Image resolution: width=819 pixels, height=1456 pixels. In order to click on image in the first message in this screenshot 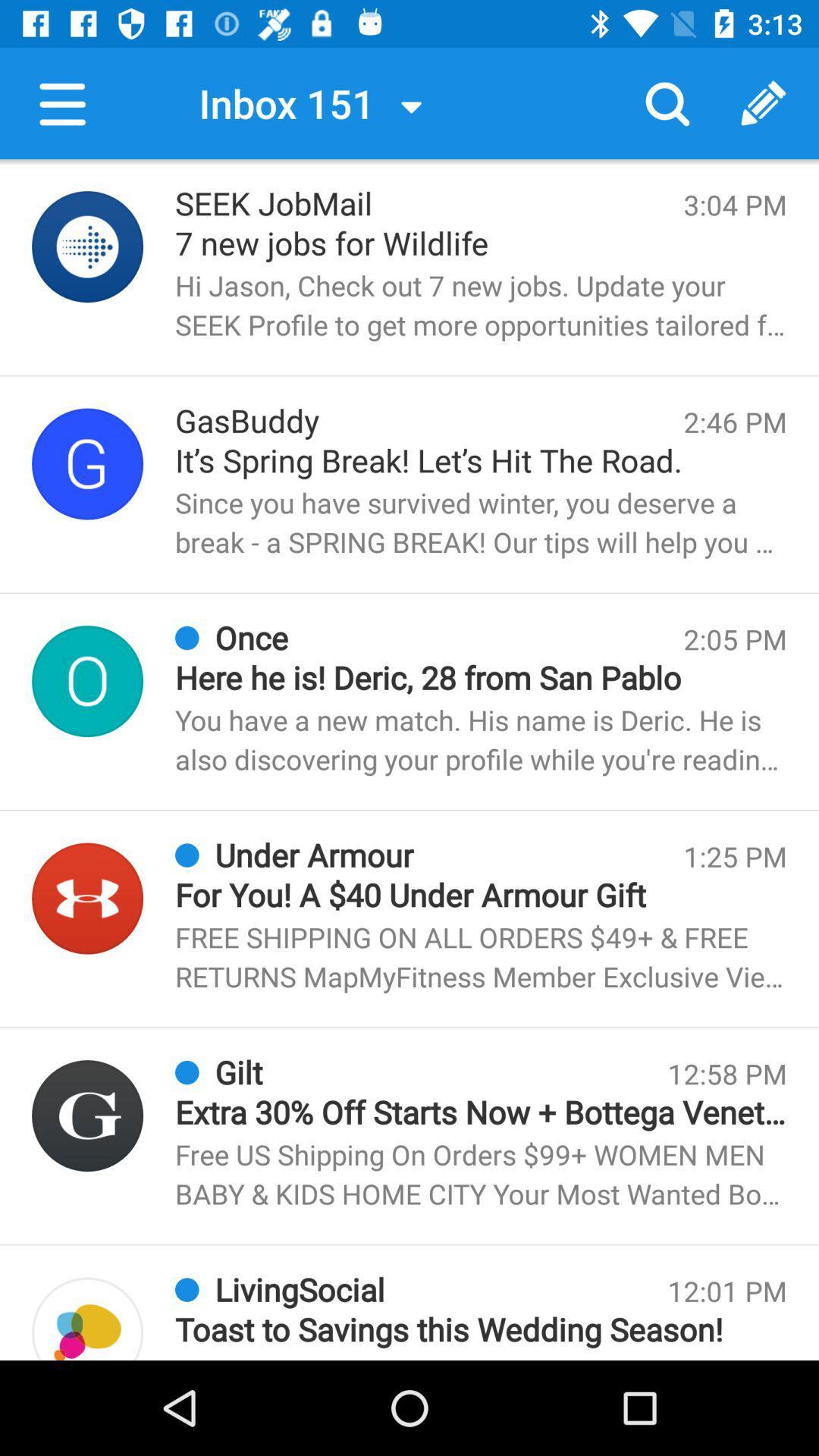, I will do `click(87, 246)`.